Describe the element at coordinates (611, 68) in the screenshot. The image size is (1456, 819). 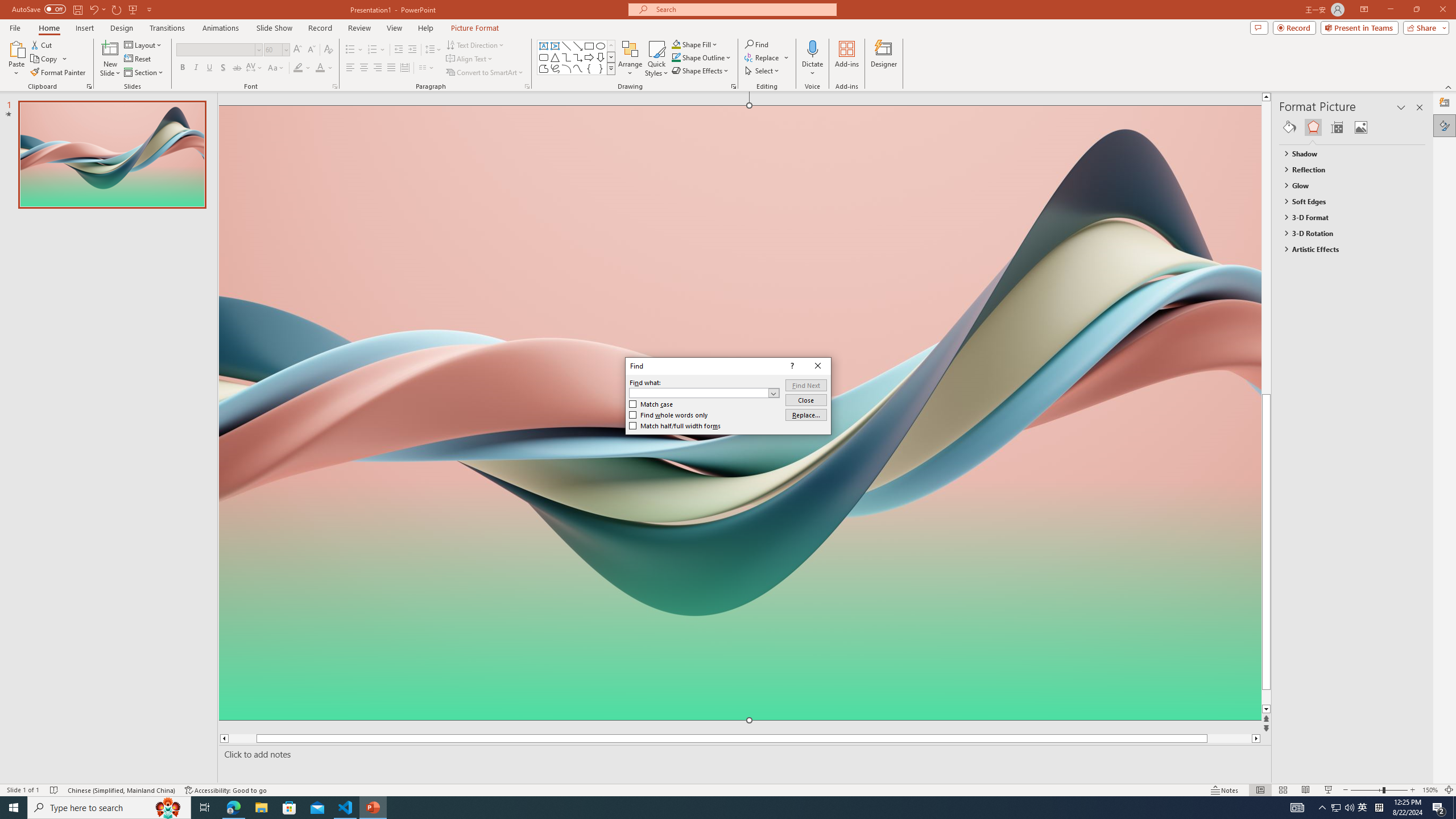
I see `'Shapes'` at that location.